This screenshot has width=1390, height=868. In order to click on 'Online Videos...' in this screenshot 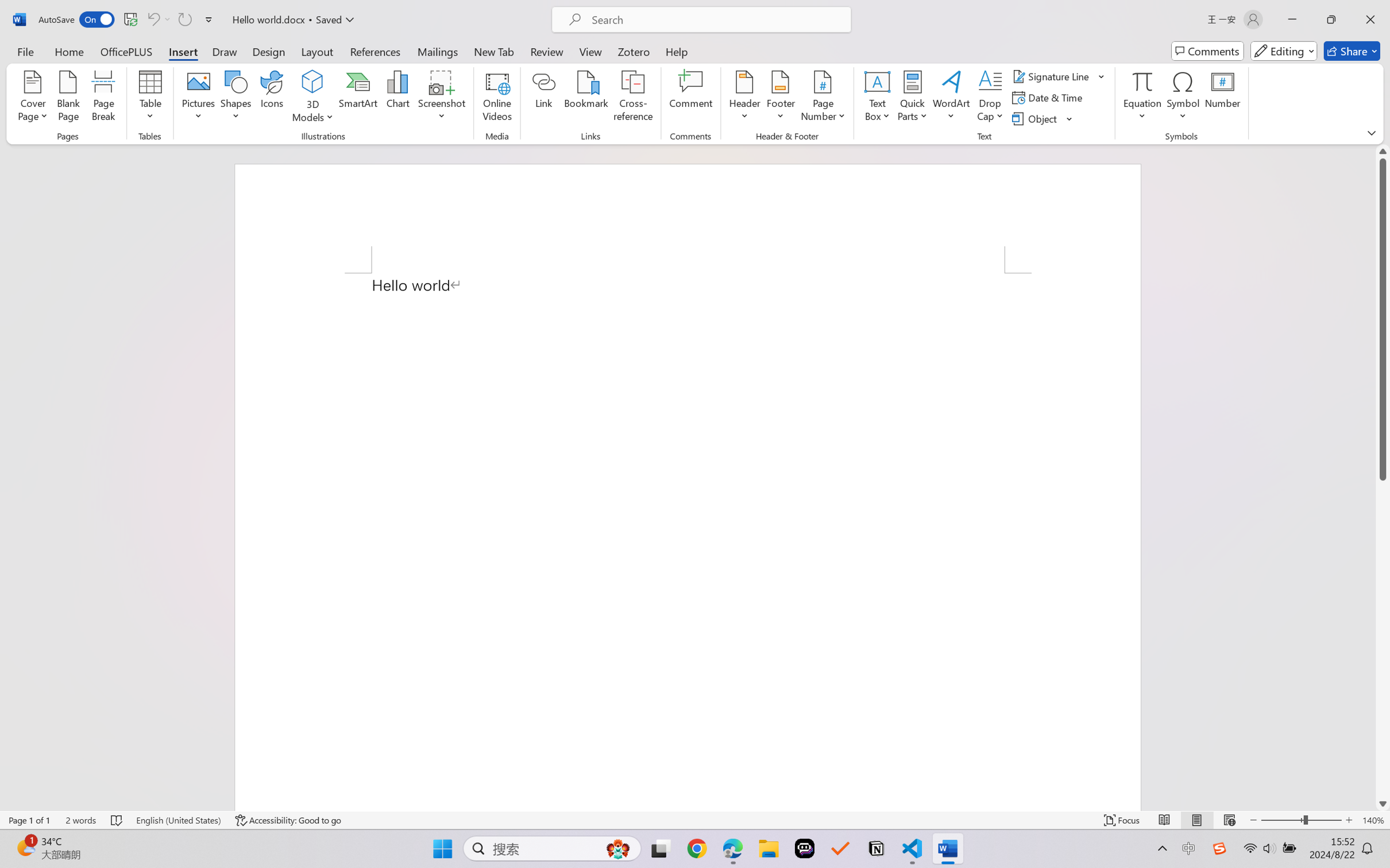, I will do `click(497, 98)`.